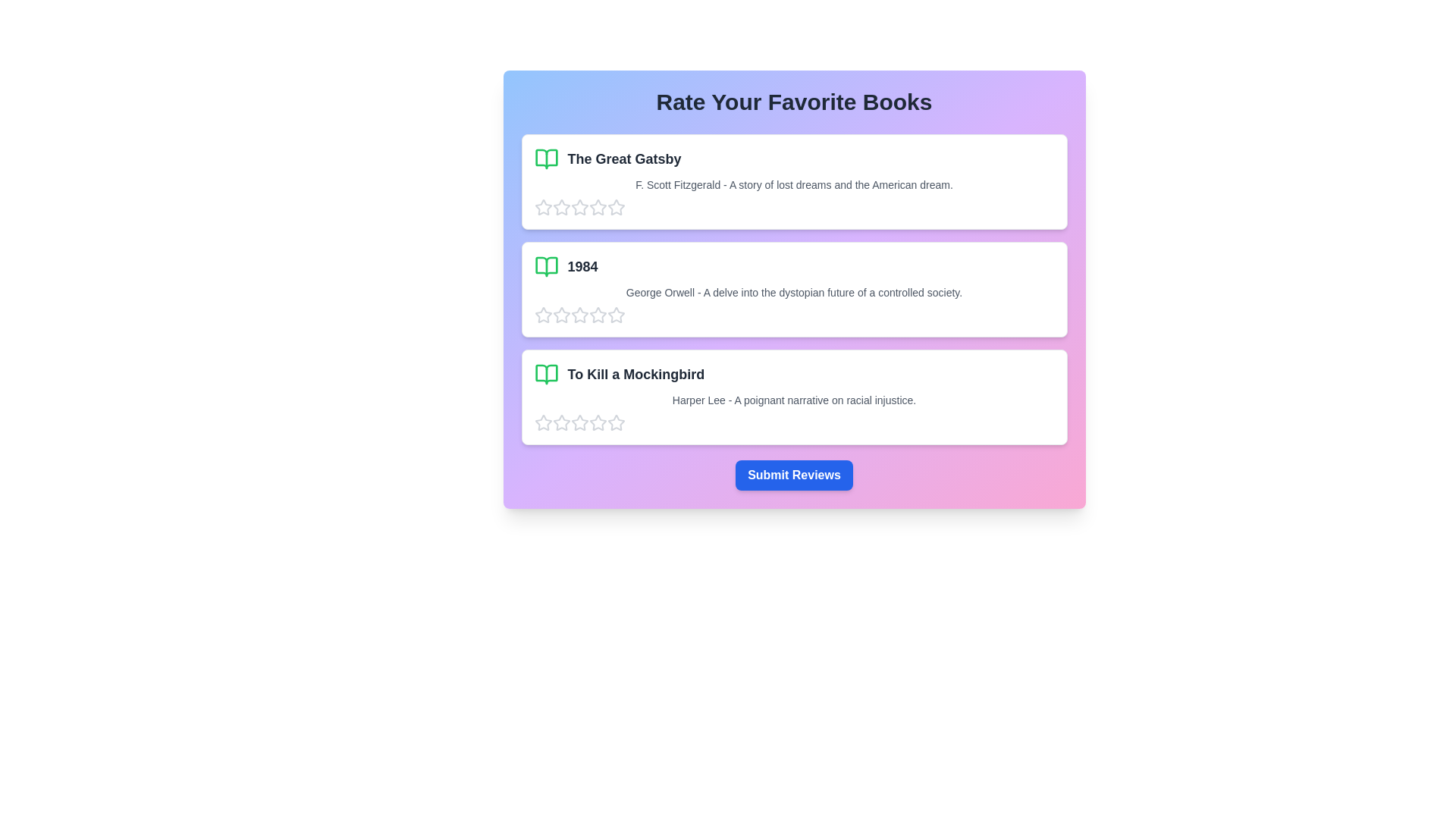  What do you see at coordinates (616, 423) in the screenshot?
I see `the star corresponding to 5 for the book titled To Kill a Mockingbird` at bounding box center [616, 423].